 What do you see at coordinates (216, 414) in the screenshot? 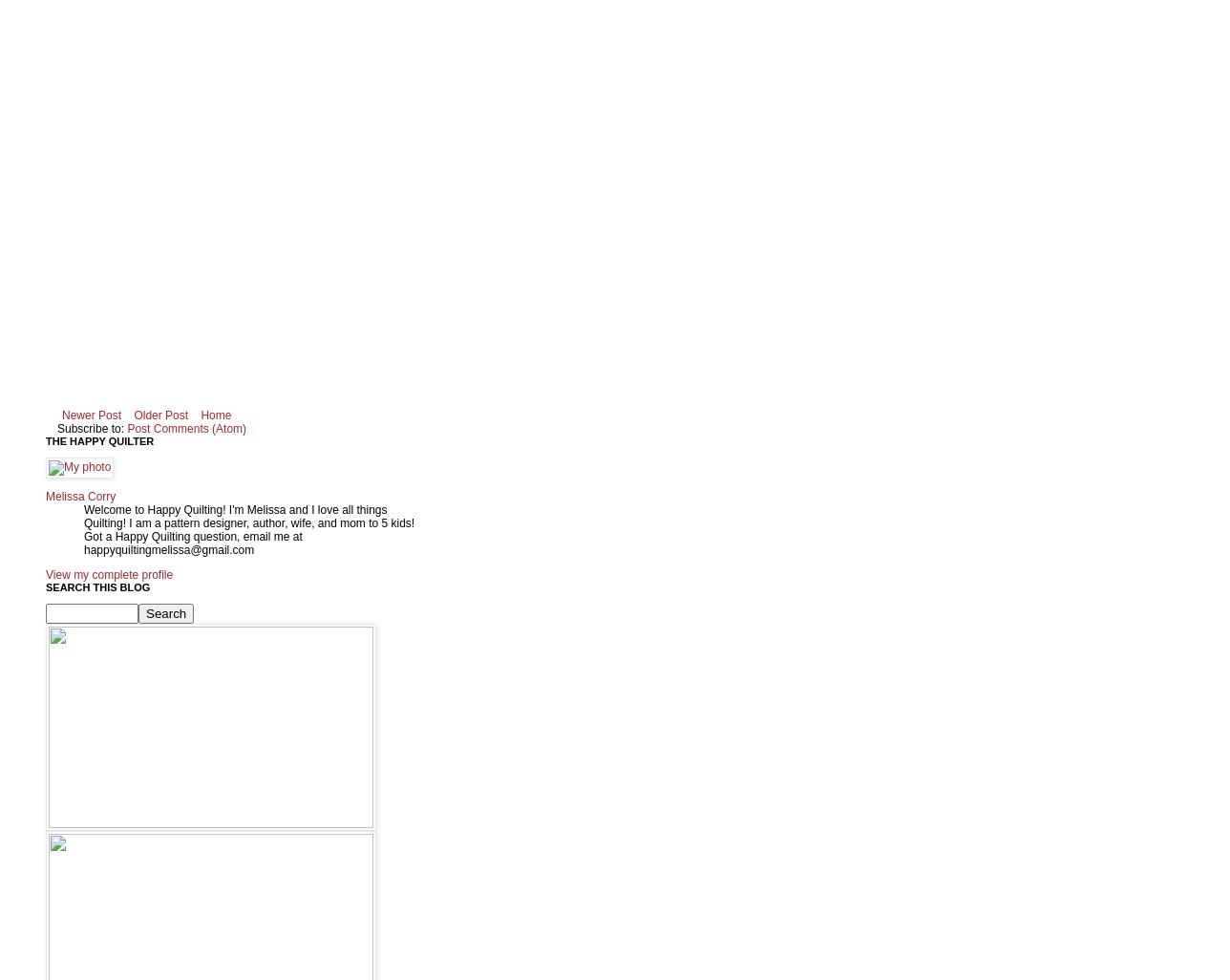
I see `'Home'` at bounding box center [216, 414].